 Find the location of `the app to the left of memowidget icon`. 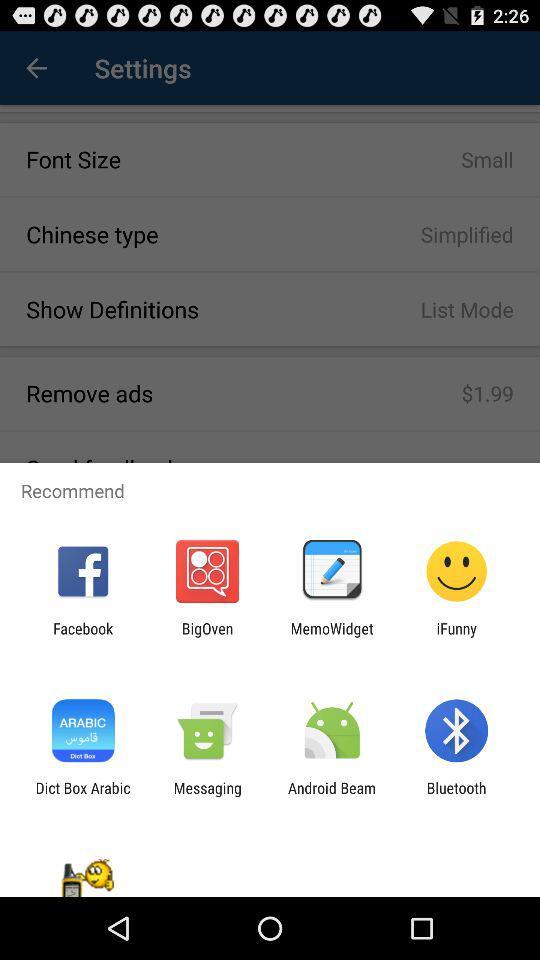

the app to the left of memowidget icon is located at coordinates (206, 636).